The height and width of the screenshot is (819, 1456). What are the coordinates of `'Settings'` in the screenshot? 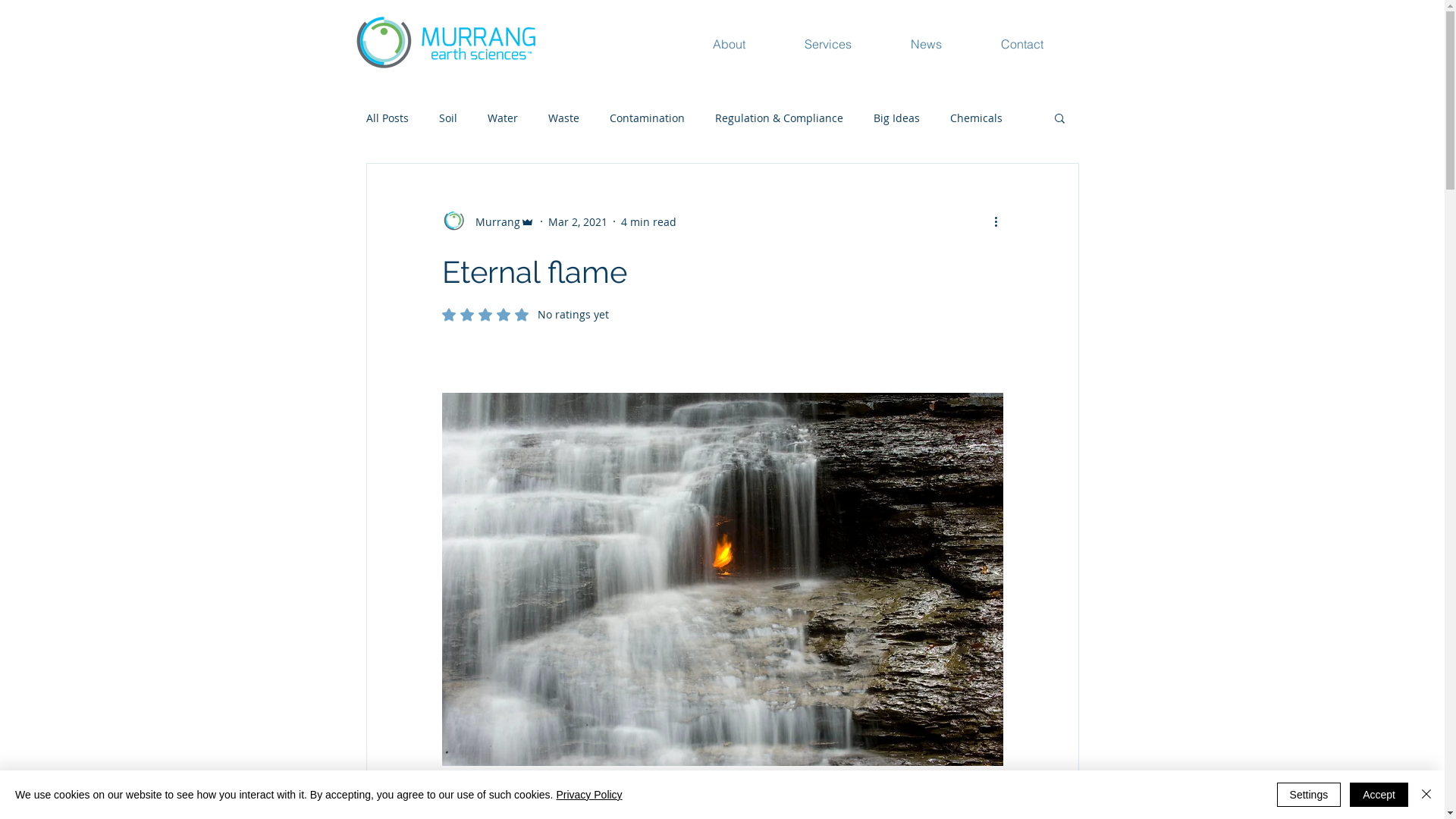 It's located at (1308, 794).